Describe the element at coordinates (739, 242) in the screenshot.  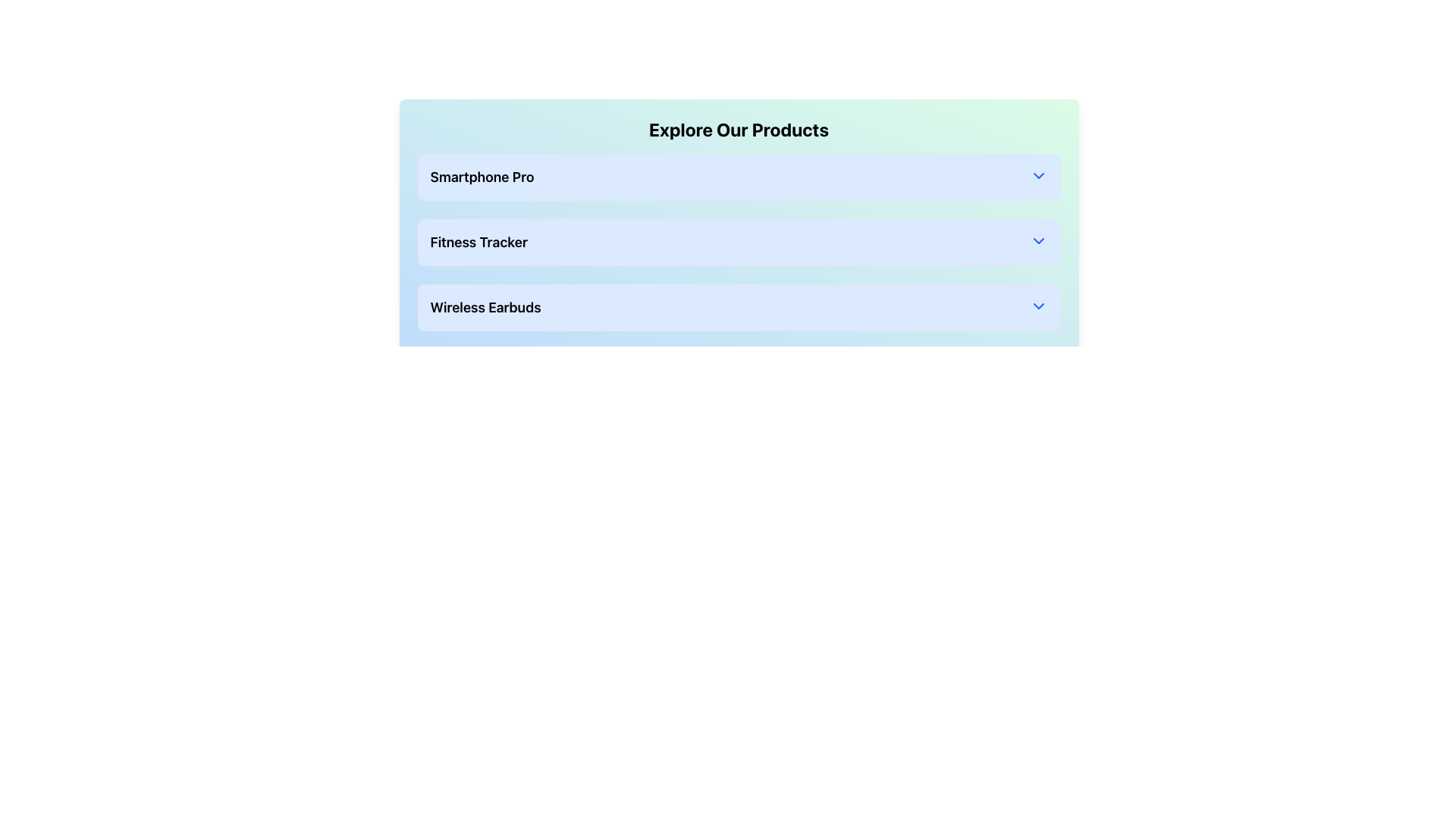
I see `the second button in the vertical list, positioned below 'Smartphone Pro' and above 'Wireless Earbuds', to interact with it` at that location.